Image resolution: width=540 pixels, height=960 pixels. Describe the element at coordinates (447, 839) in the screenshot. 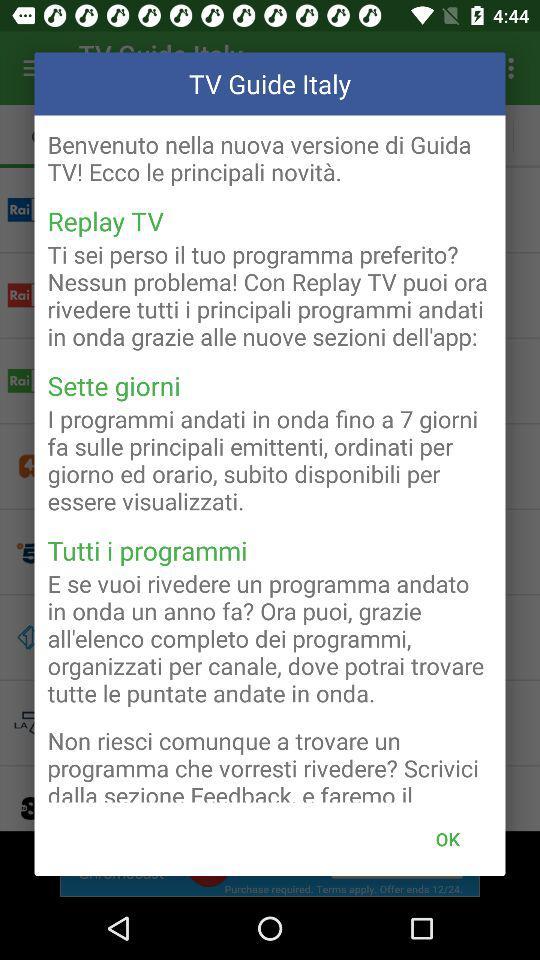

I see `the button at the bottom right corner` at that location.